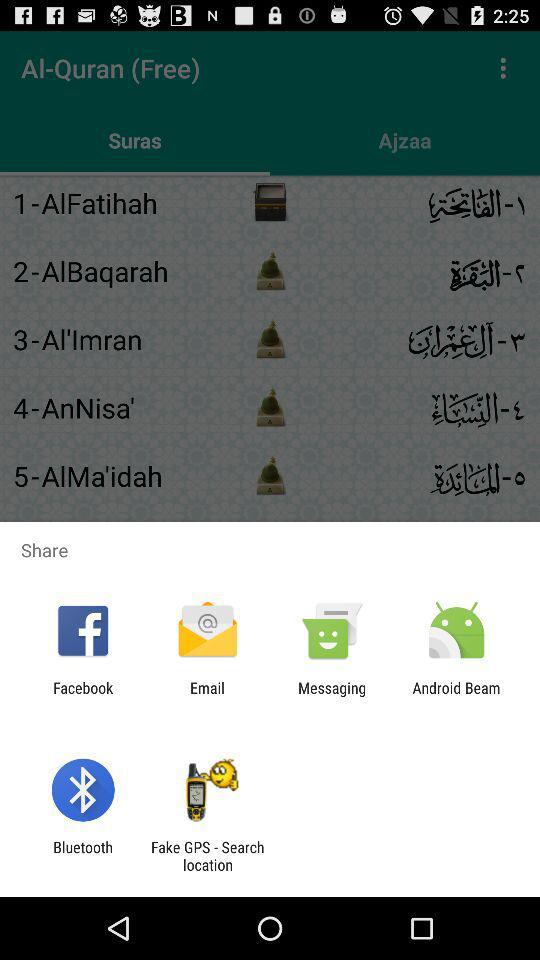  I want to click on item to the left of the email, so click(82, 696).